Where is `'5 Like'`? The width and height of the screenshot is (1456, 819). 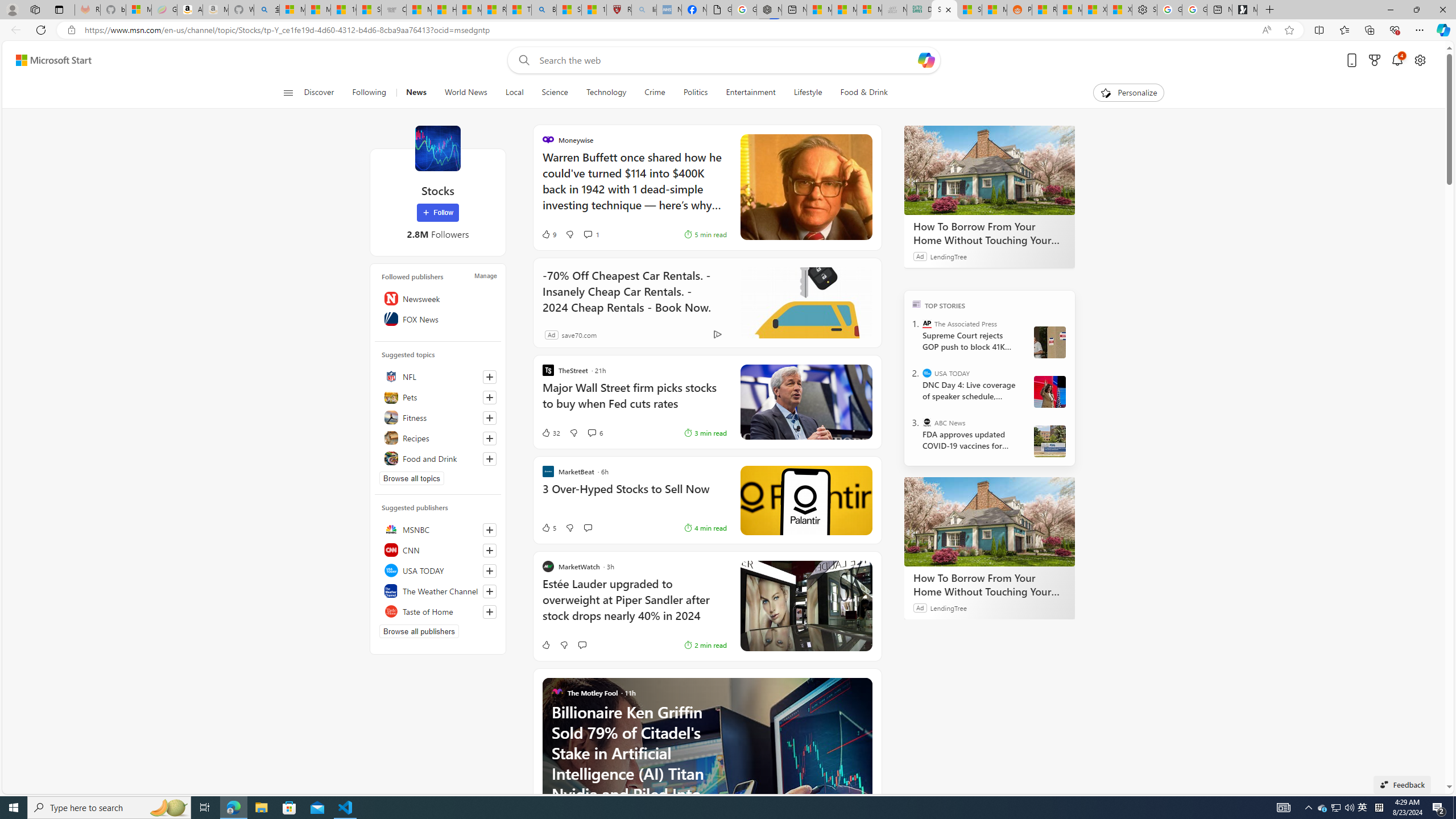
'5 Like' is located at coordinates (547, 527).